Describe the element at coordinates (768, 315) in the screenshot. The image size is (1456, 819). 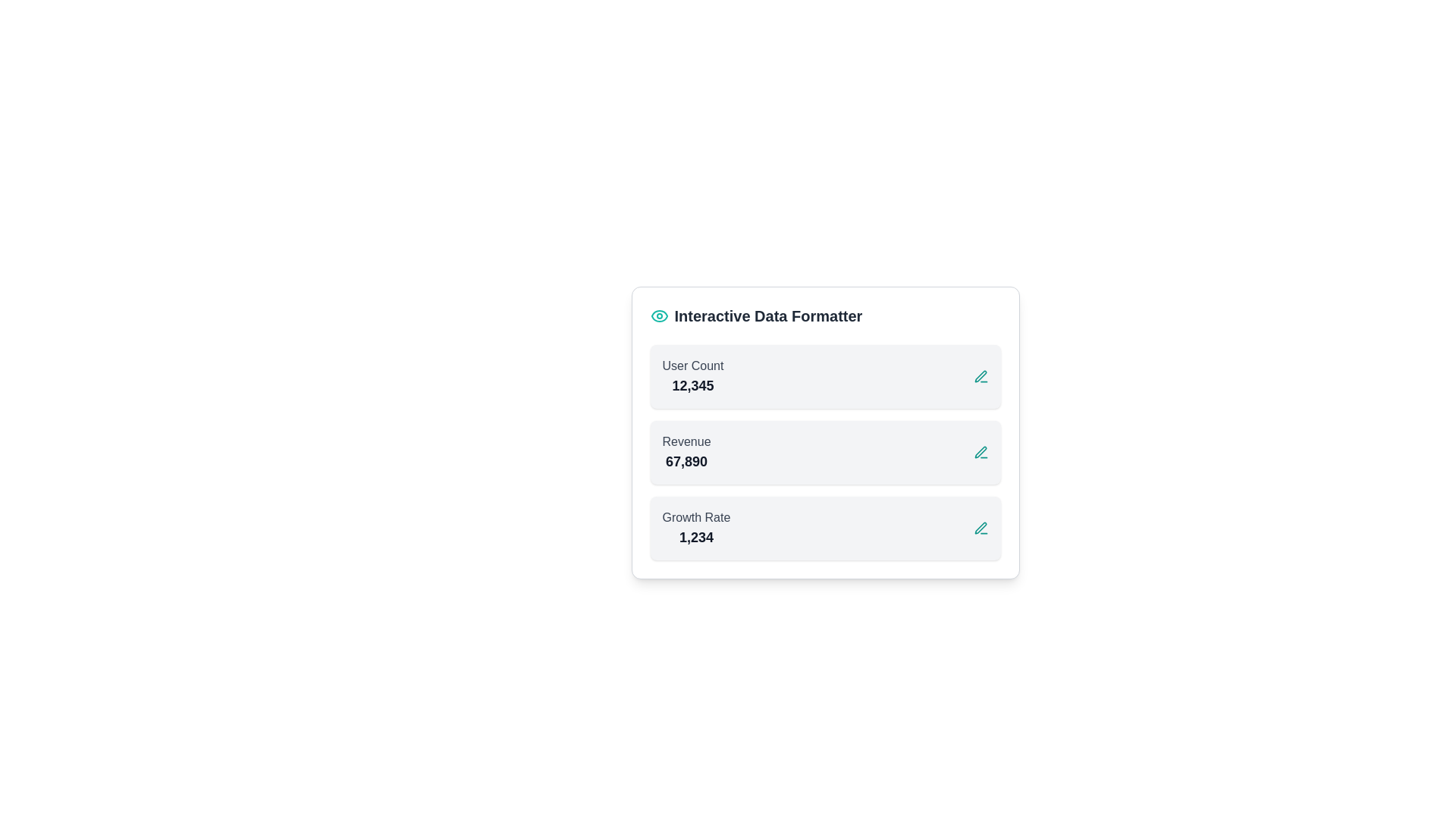
I see `the text label reading 'Interactive Data Formatter', which is styled with bold text in a large font size and dark gray color, located in the upper section of a card-like layout` at that location.